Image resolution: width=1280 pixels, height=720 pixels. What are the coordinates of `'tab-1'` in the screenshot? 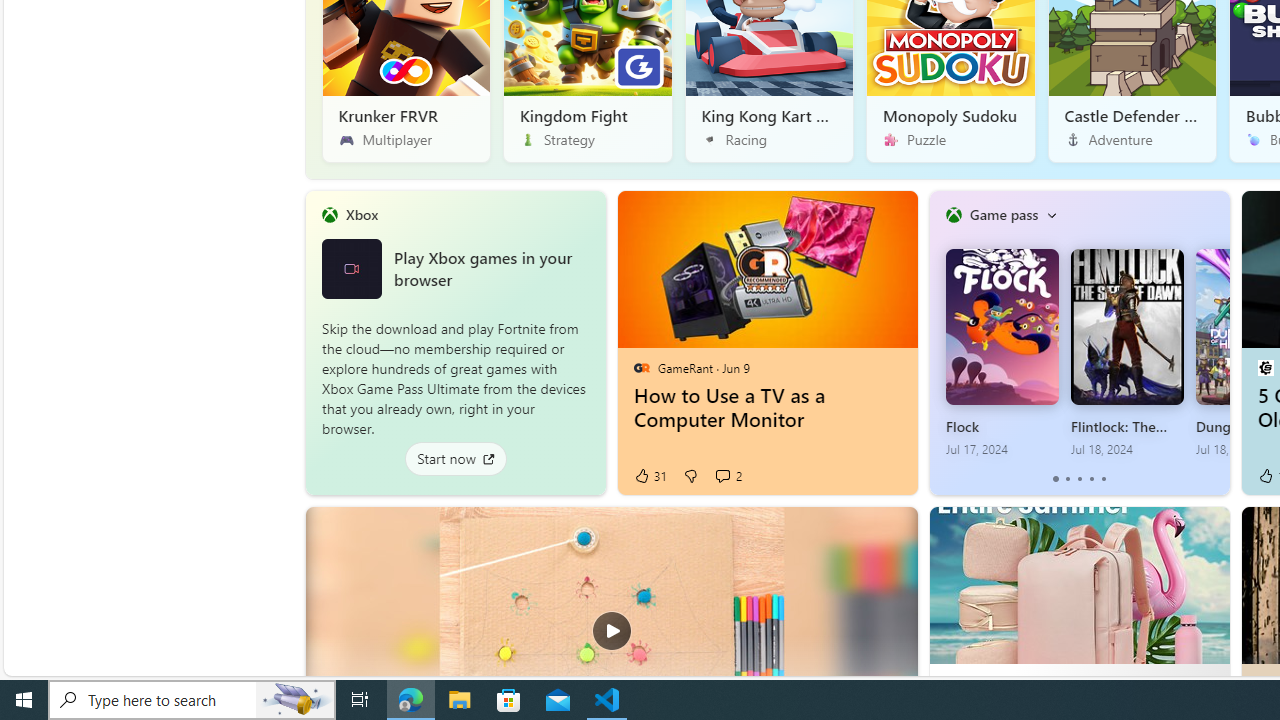 It's located at (1066, 479).